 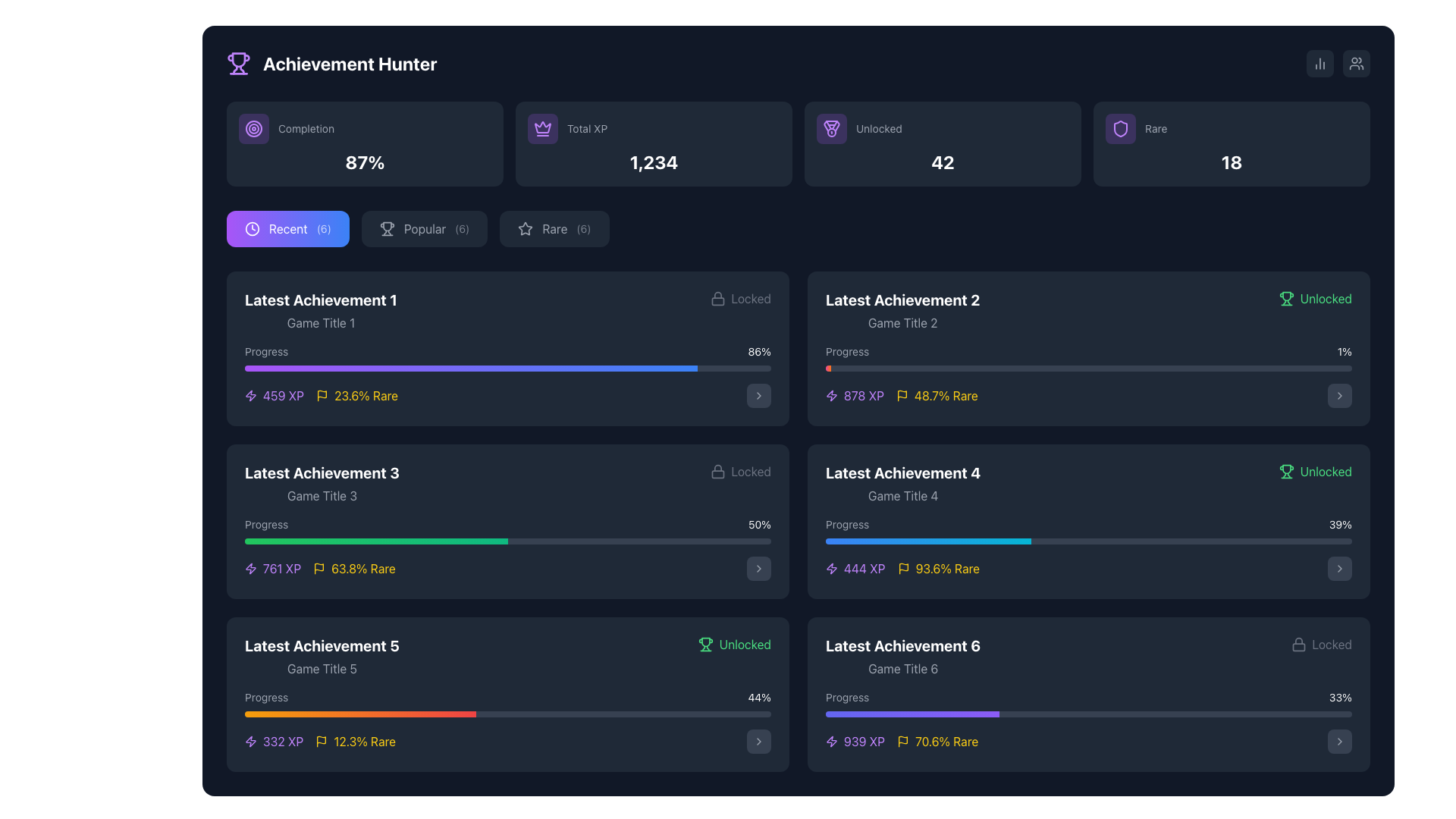 What do you see at coordinates (355, 741) in the screenshot?
I see `the rarity percentage displayed as '12.3% Rare' in yellow color, located below the progress bar of the 'Latest Achievement 5' card` at bounding box center [355, 741].